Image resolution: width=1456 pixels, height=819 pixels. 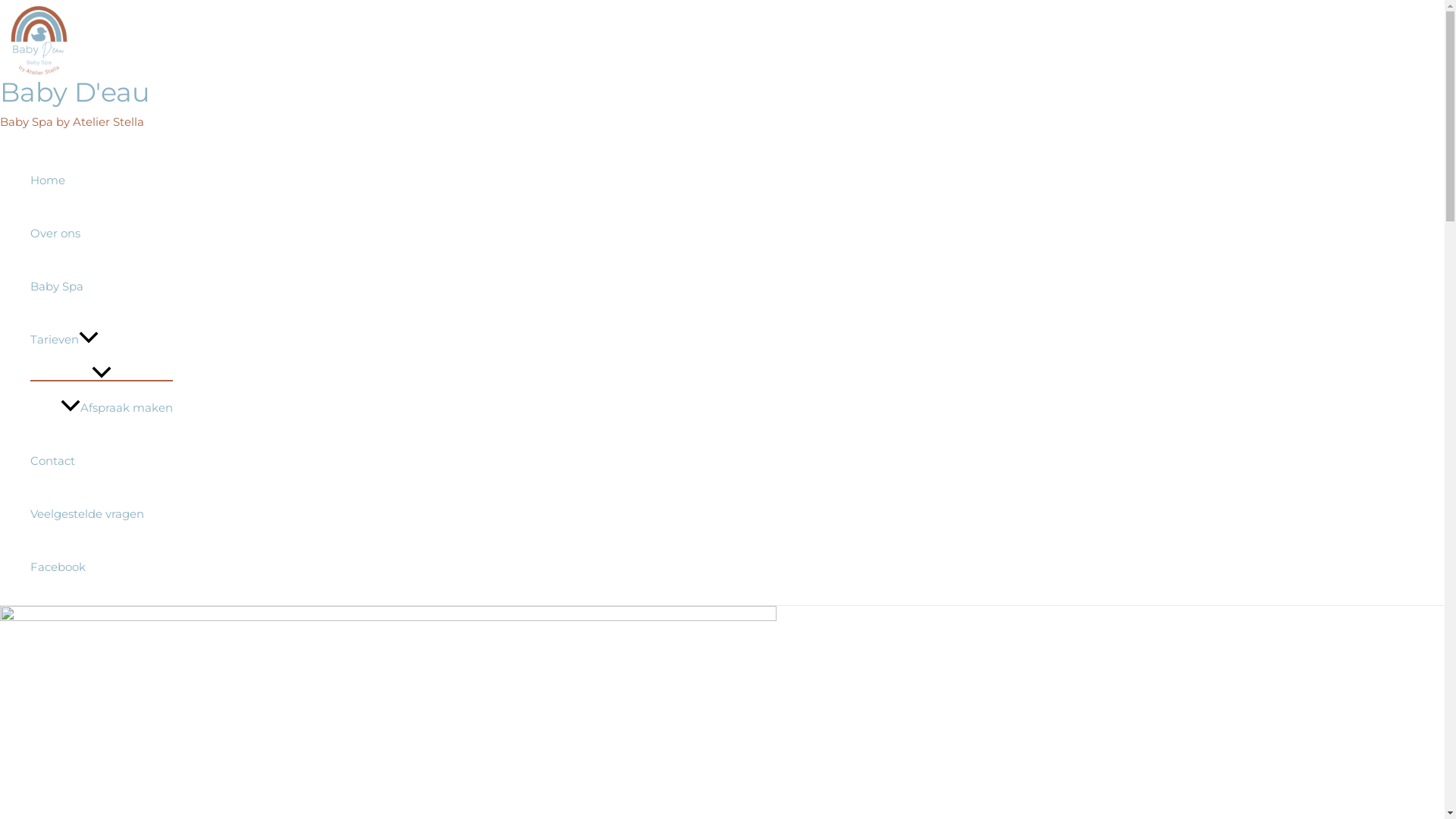 What do you see at coordinates (101, 338) in the screenshot?
I see `'Tarieven'` at bounding box center [101, 338].